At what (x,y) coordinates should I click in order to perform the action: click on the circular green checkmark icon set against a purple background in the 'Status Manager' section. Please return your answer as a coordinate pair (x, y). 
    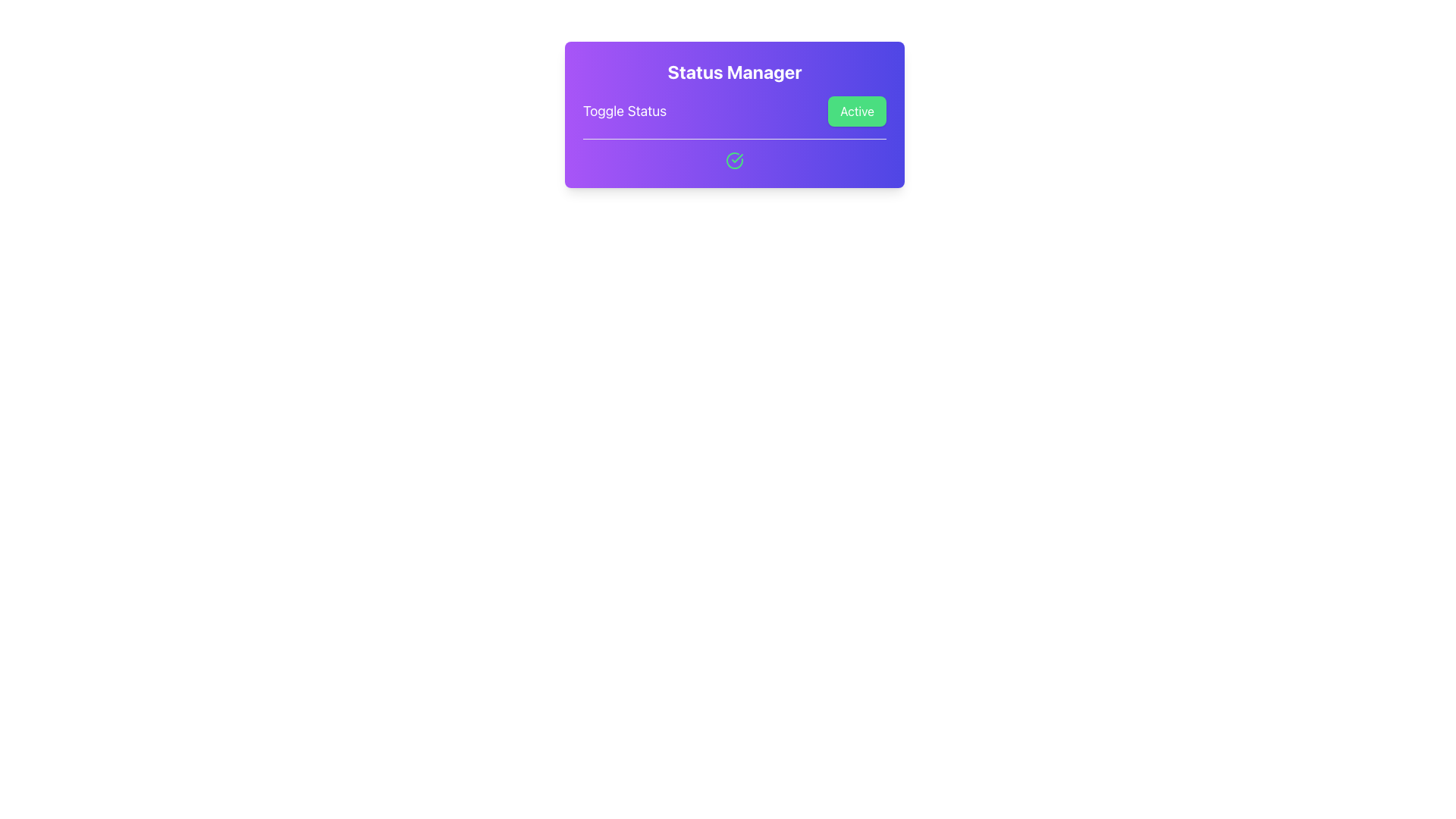
    Looking at the image, I should click on (735, 161).